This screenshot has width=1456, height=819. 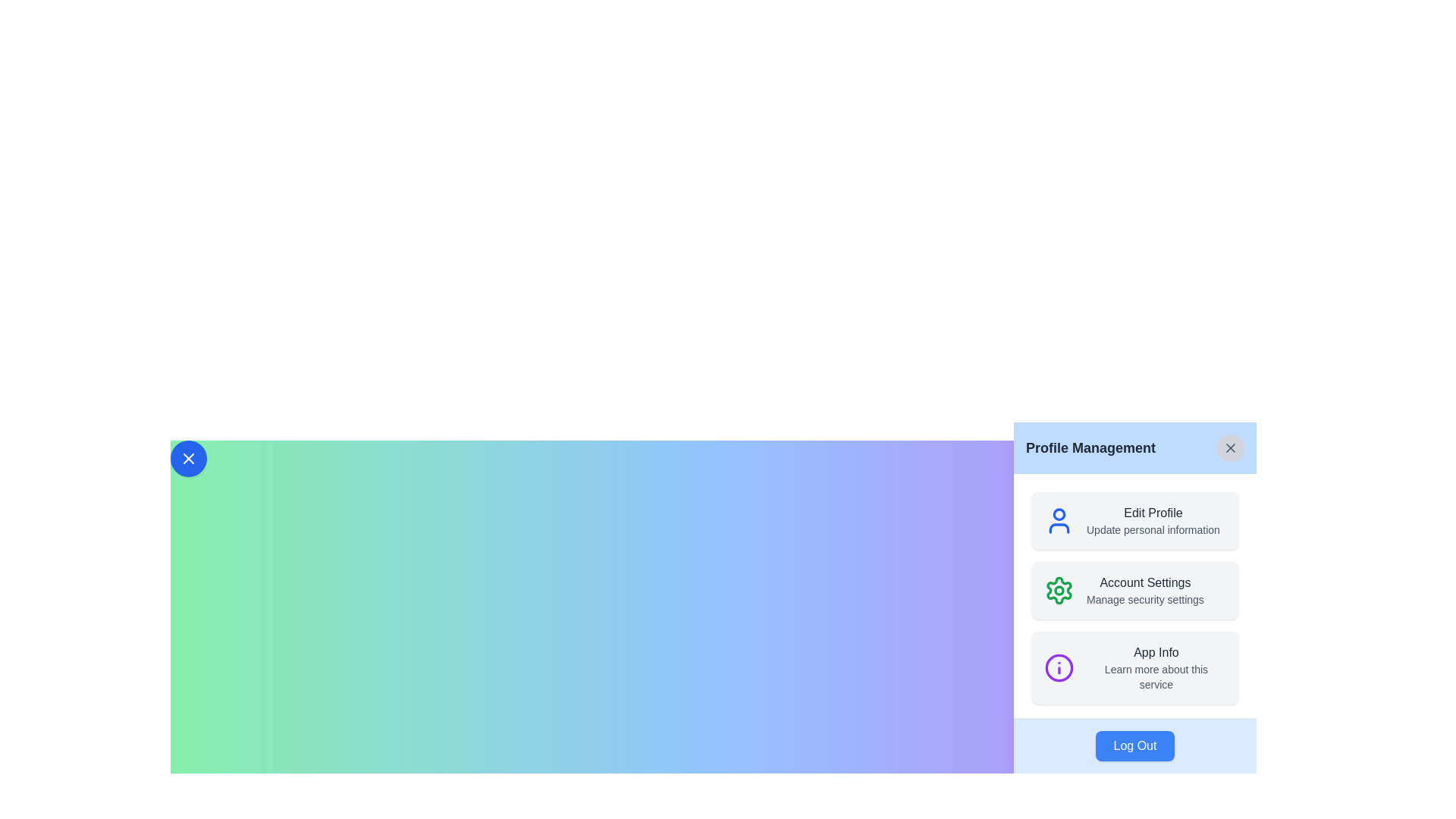 What do you see at coordinates (188, 458) in the screenshot?
I see `the 'X' icon used for closing or dismissing the Profile Management panel, located in the top-right corner of the panel header` at bounding box center [188, 458].